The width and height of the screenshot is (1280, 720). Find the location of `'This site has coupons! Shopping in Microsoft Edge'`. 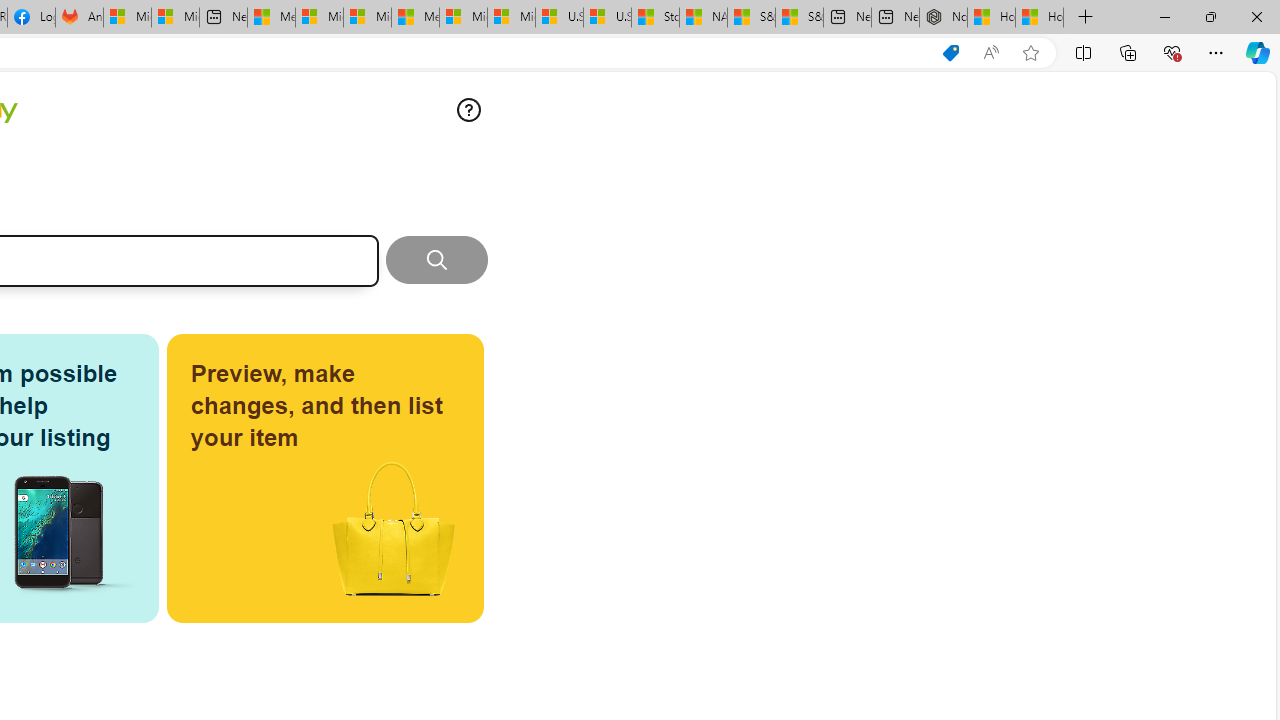

'This site has coupons! Shopping in Microsoft Edge' is located at coordinates (950, 52).